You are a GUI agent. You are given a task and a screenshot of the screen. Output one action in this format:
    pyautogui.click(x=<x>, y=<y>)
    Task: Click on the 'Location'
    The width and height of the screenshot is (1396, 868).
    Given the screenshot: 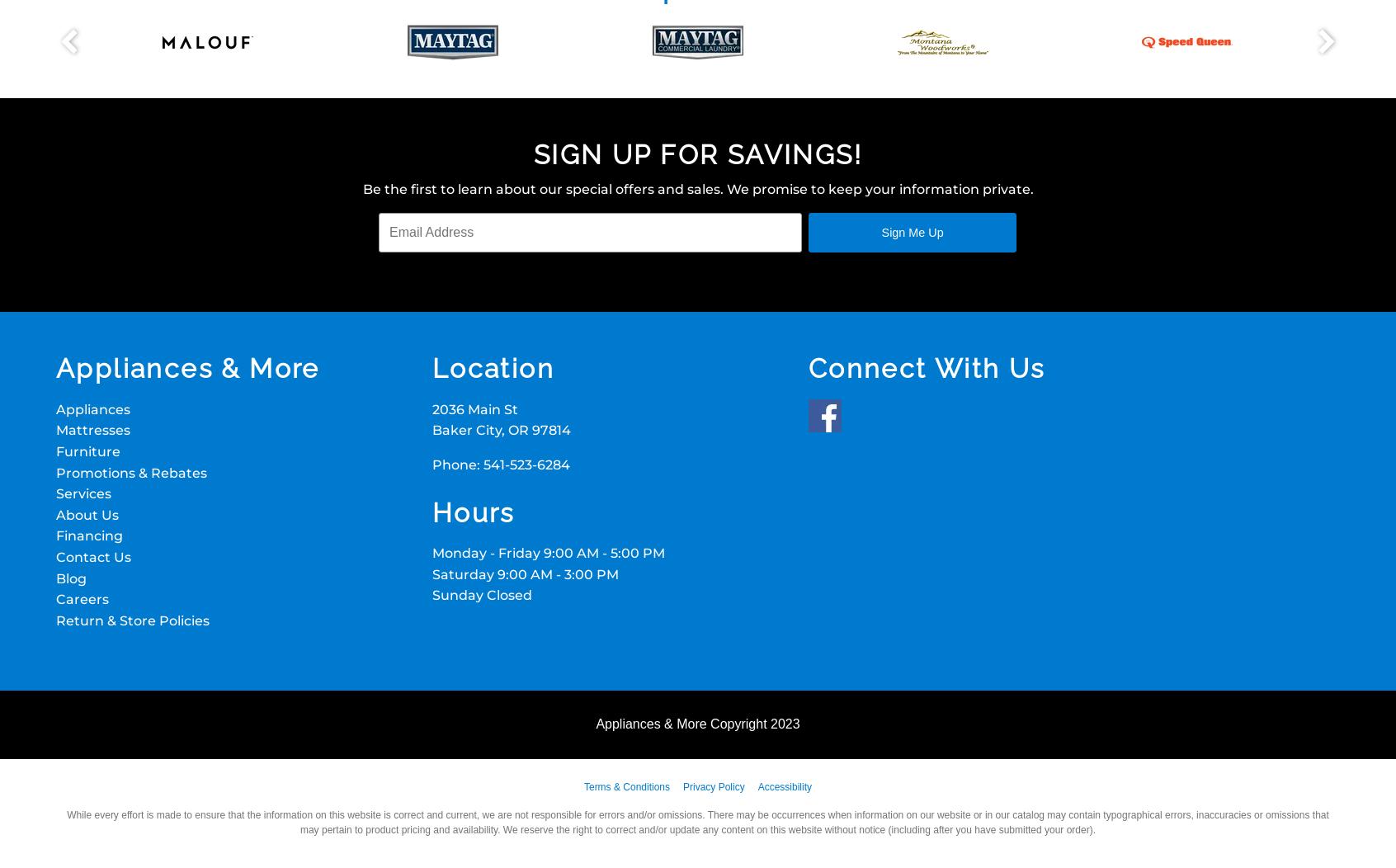 What is the action you would take?
    pyautogui.click(x=492, y=368)
    